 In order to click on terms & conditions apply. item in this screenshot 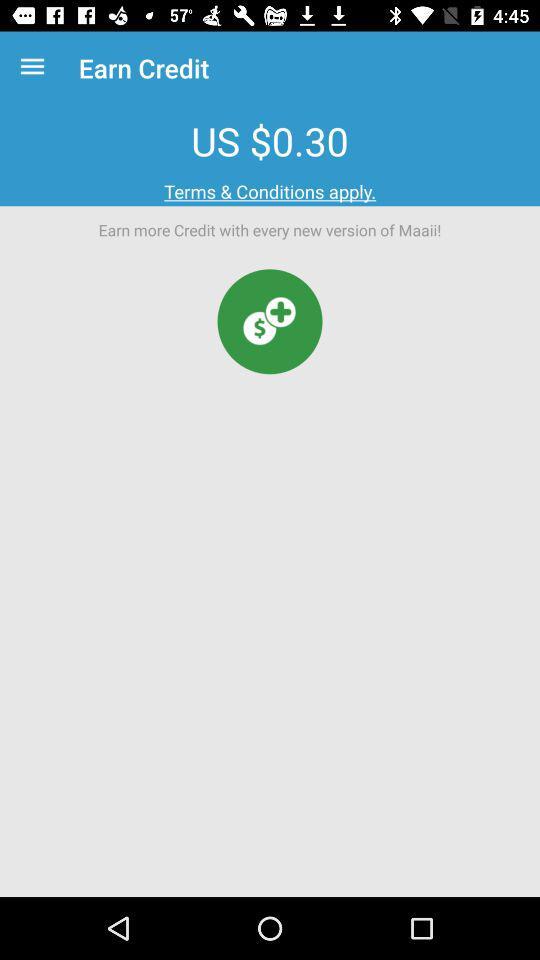, I will do `click(270, 191)`.